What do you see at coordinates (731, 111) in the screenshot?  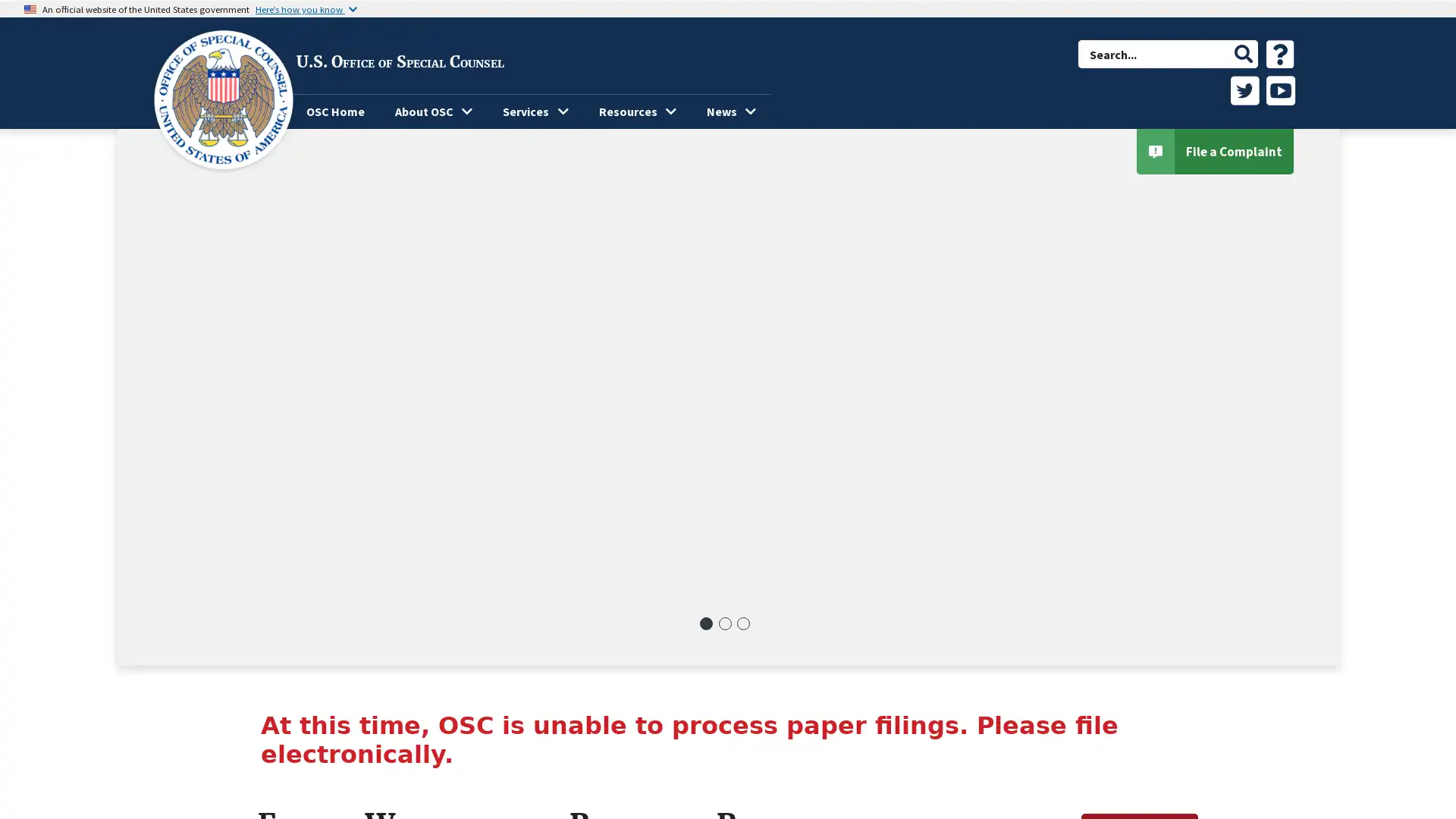 I see `News` at bounding box center [731, 111].